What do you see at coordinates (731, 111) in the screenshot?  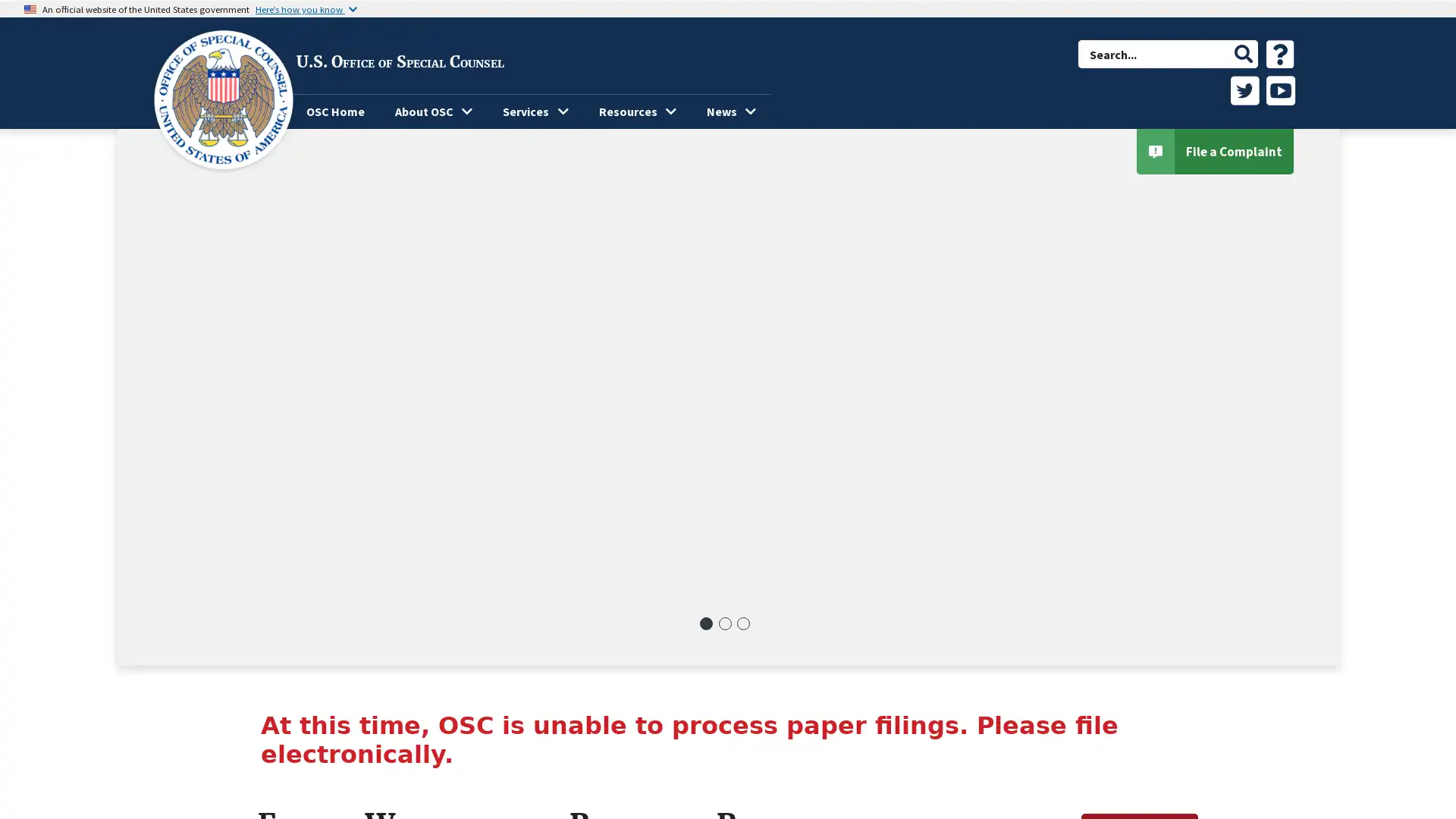 I see `News` at bounding box center [731, 111].